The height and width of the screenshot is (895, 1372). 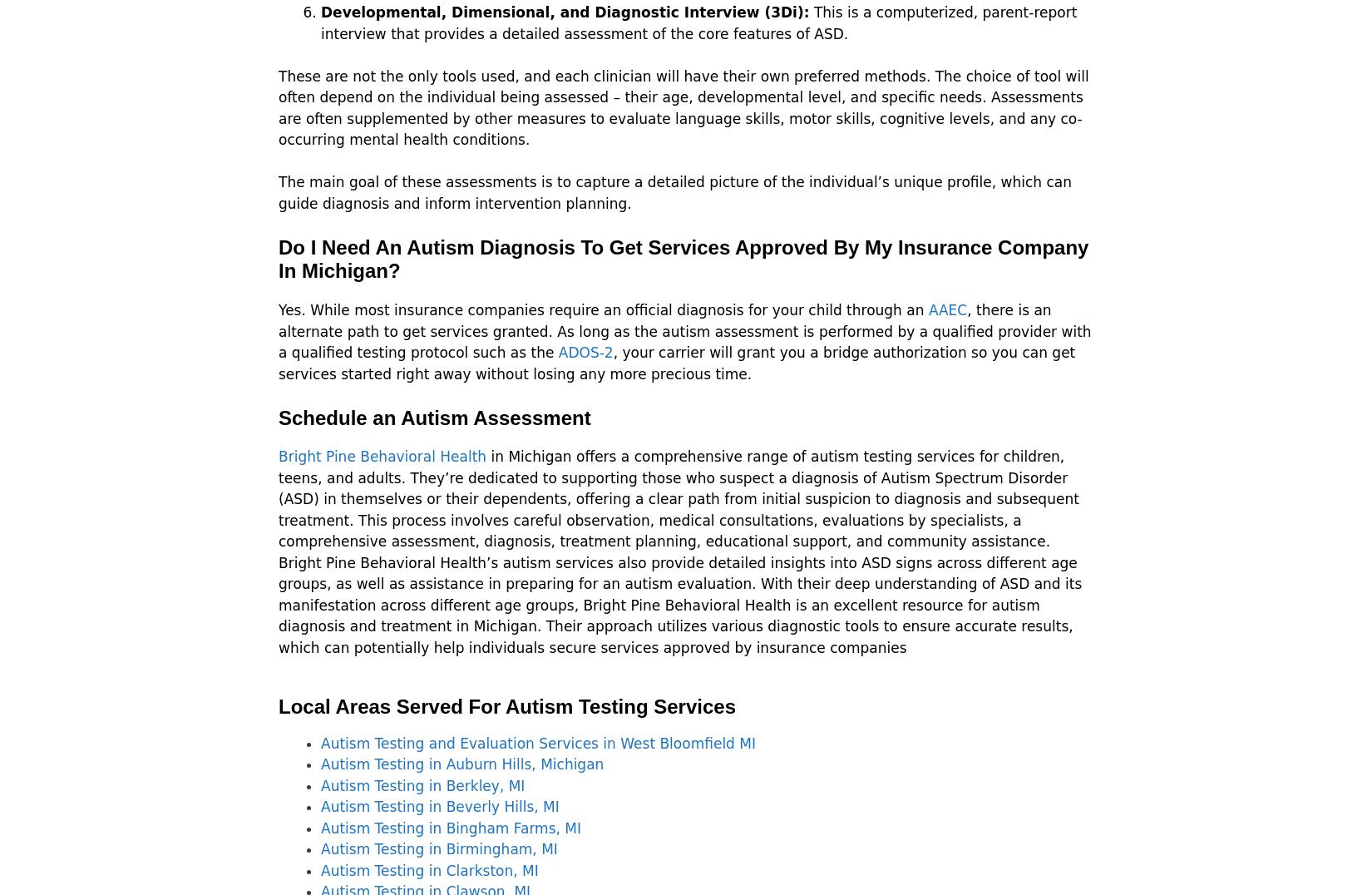 I want to click on 'Autism Testing in Berkley, MI', so click(x=422, y=784).